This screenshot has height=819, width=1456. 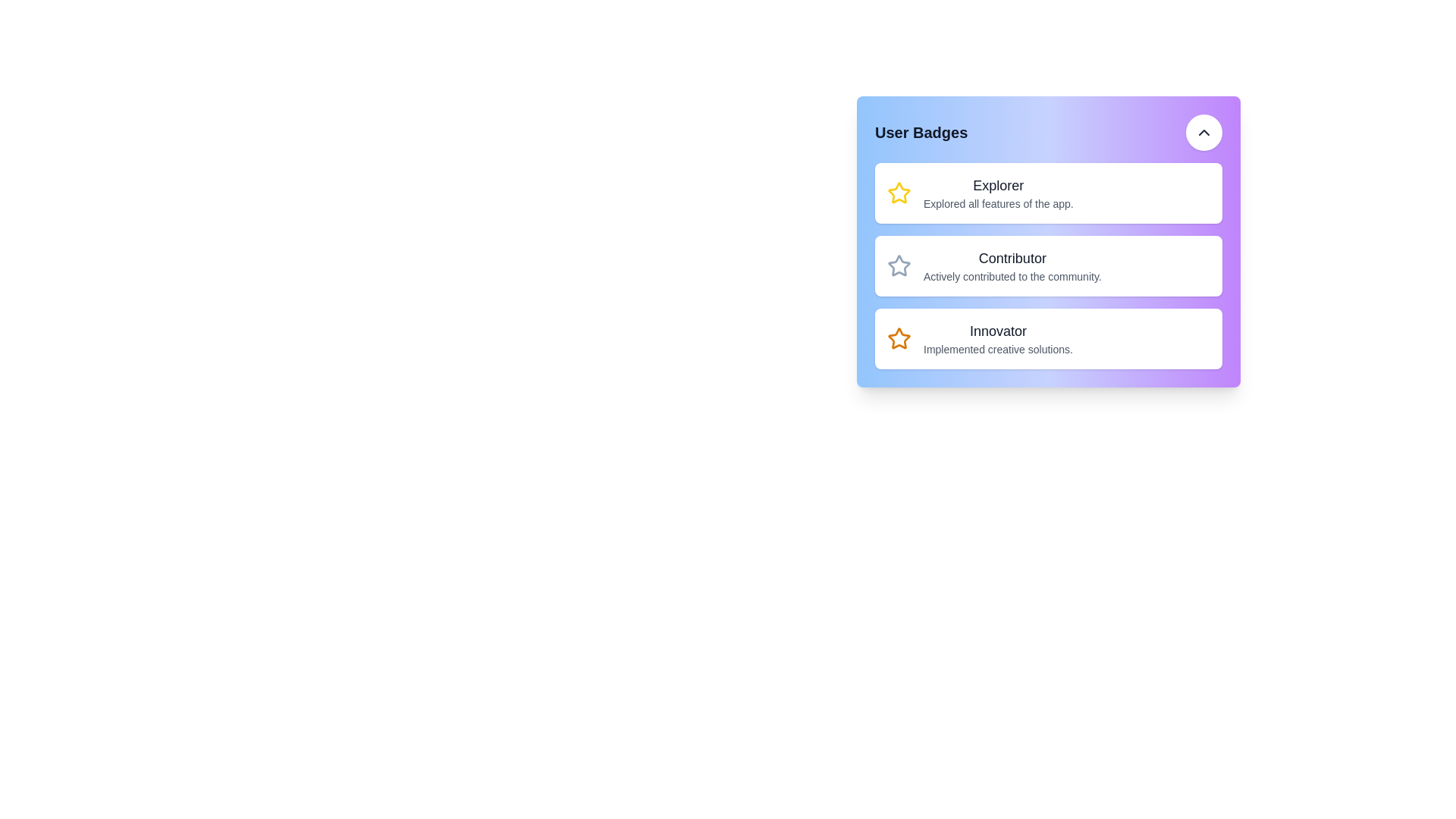 What do you see at coordinates (1012, 257) in the screenshot?
I see `text 'Contributor' displayed in a bold font within the badge component, which is centrally aligned and stands out against a purple background` at bounding box center [1012, 257].